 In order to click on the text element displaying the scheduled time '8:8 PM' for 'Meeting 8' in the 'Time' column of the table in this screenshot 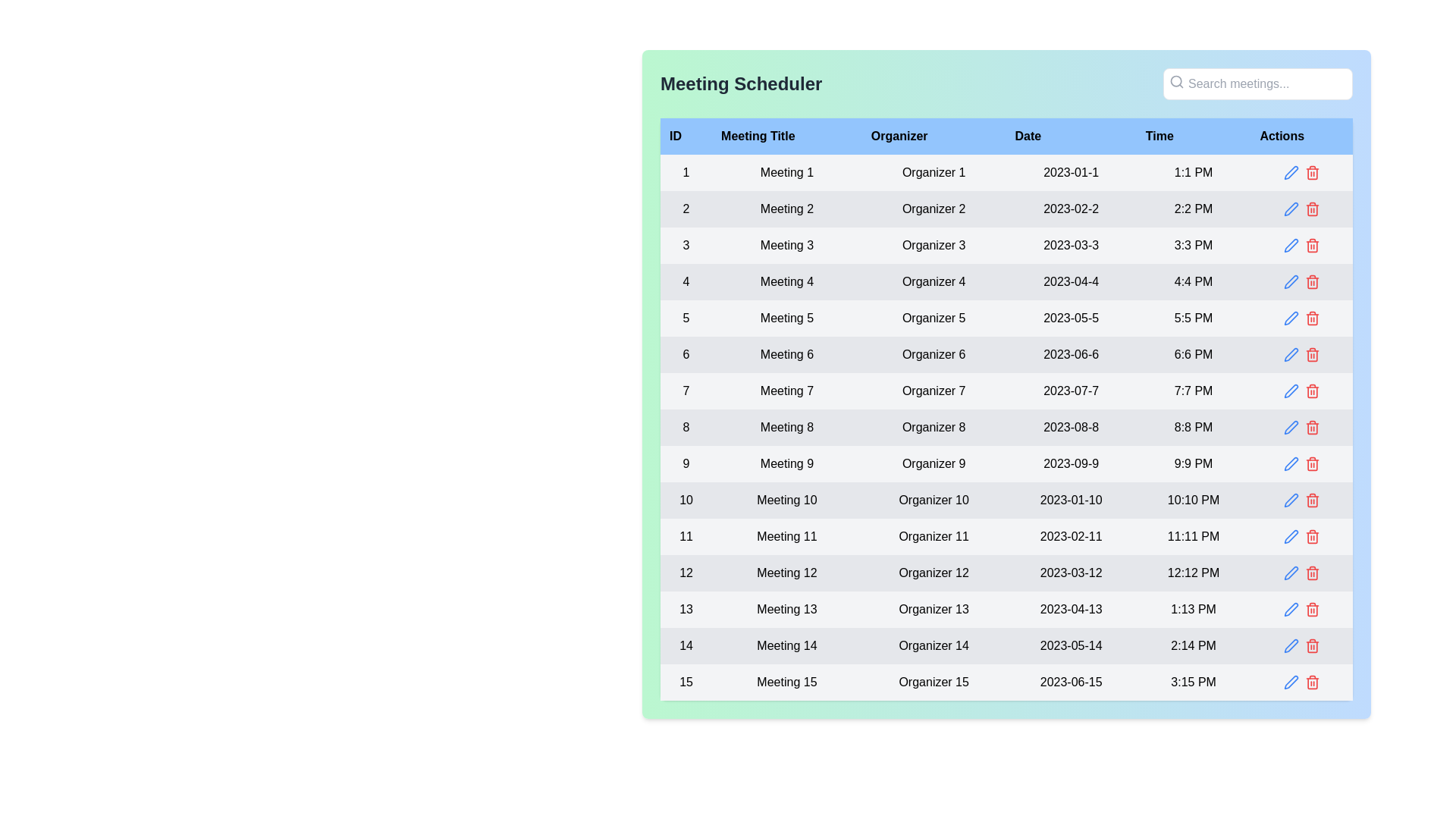, I will do `click(1193, 427)`.